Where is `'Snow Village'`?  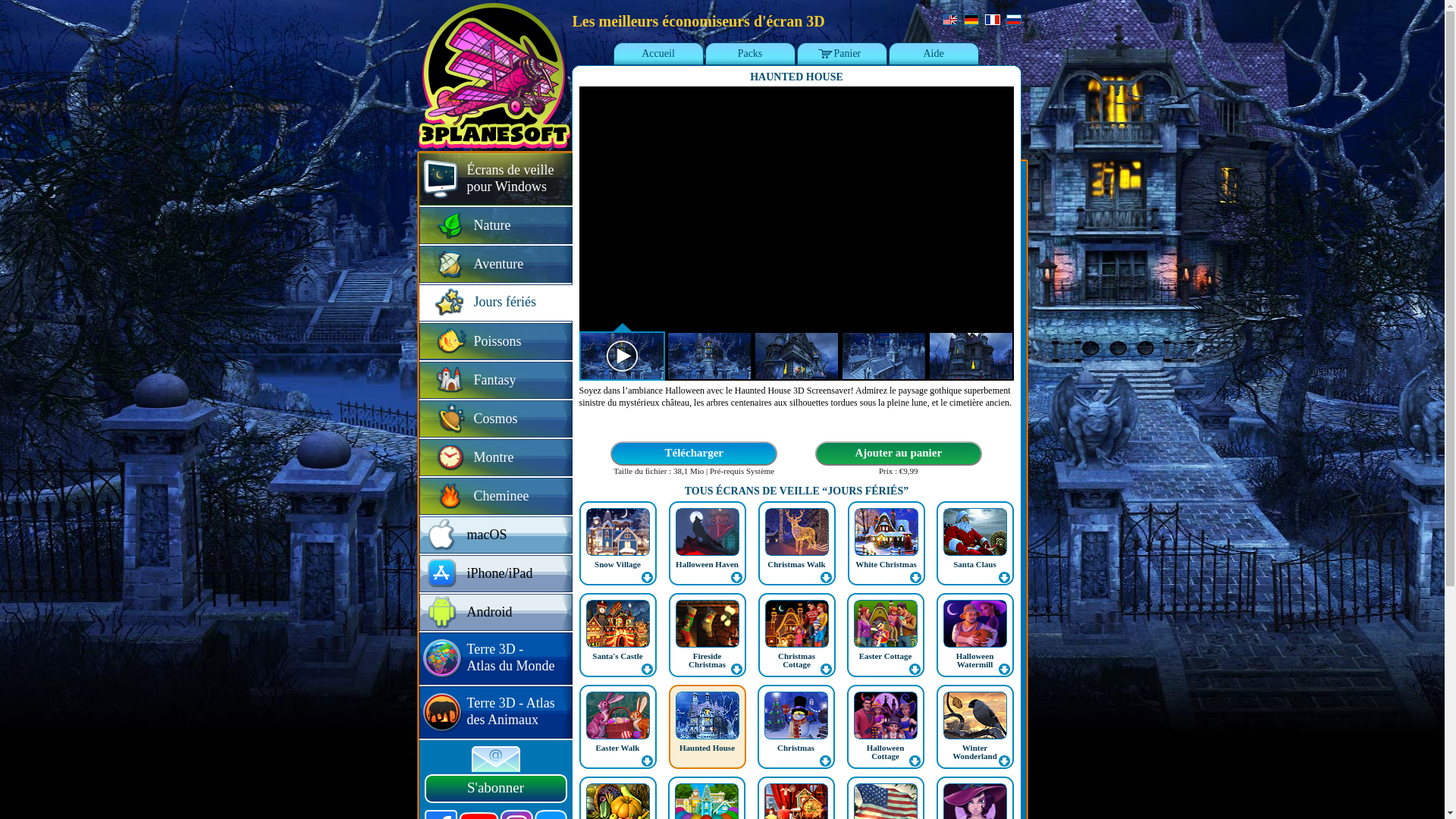
'Snow Village' is located at coordinates (618, 542).